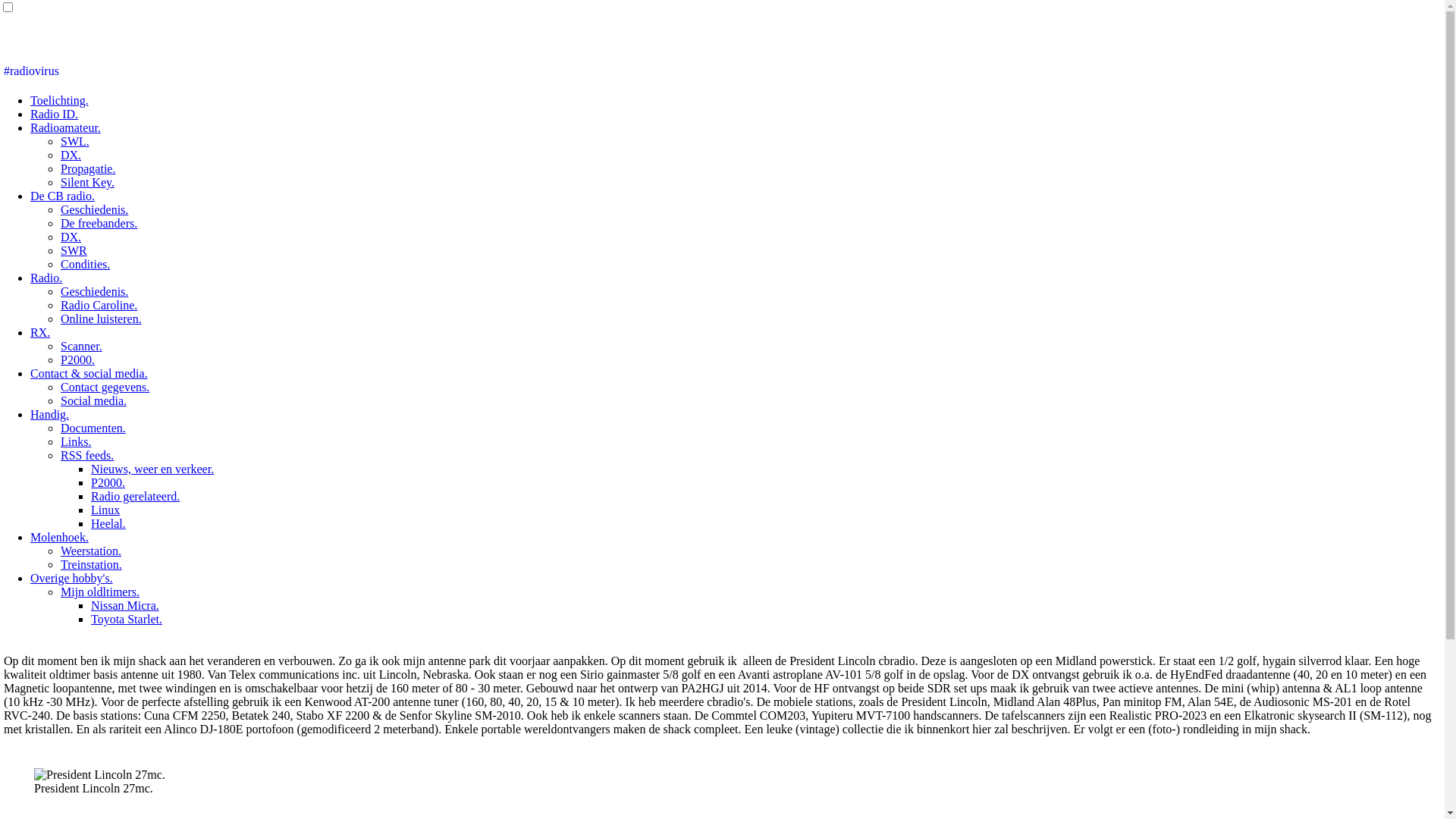 This screenshot has height=819, width=1456. Describe the element at coordinates (77, 359) in the screenshot. I see `'P2000.'` at that location.